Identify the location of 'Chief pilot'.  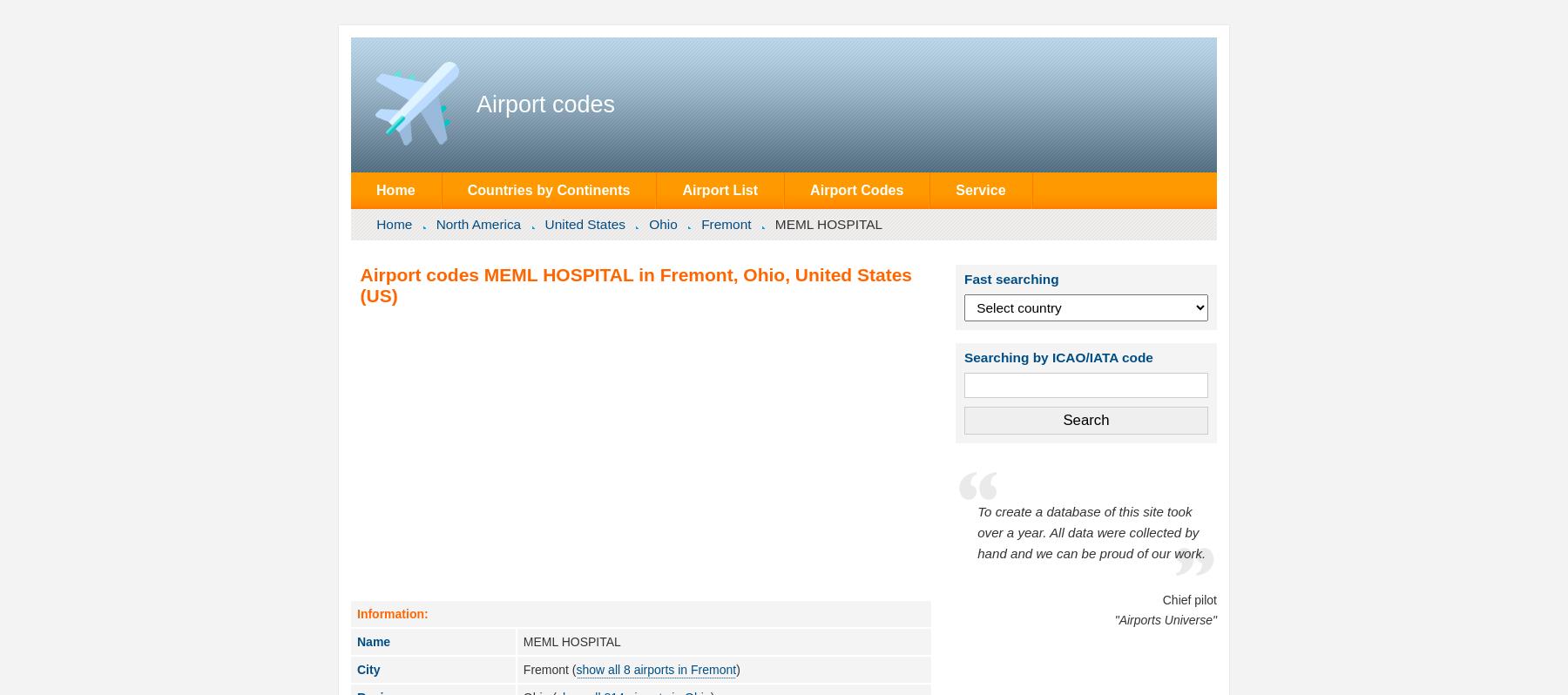
(1188, 598).